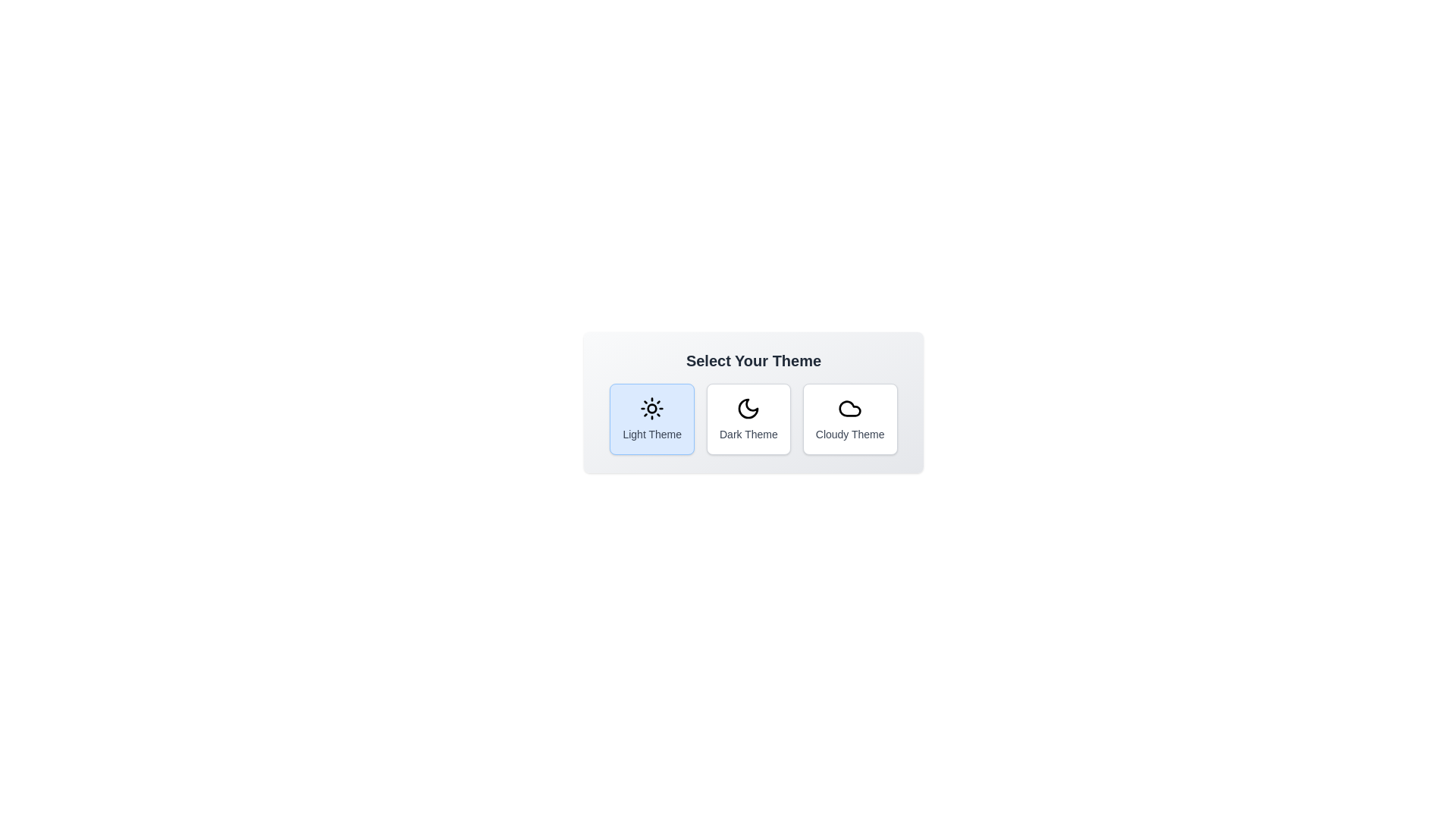 The height and width of the screenshot is (819, 1456). Describe the element at coordinates (652, 408) in the screenshot. I see `the 'Light Theme' button by targeting the small circular shape at the center of the sun icon` at that location.